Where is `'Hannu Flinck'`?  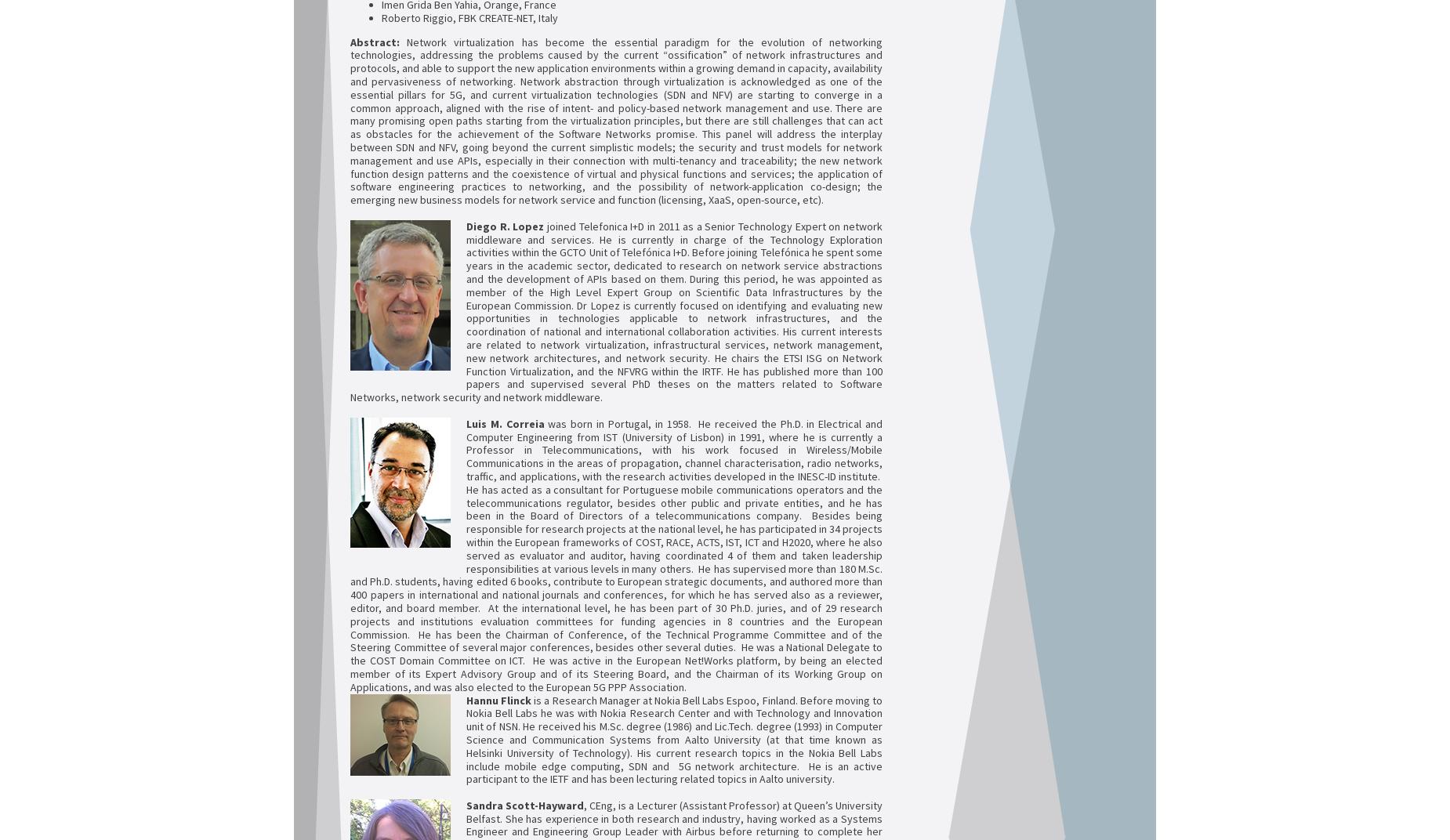 'Hannu Flinck' is located at coordinates (466, 699).